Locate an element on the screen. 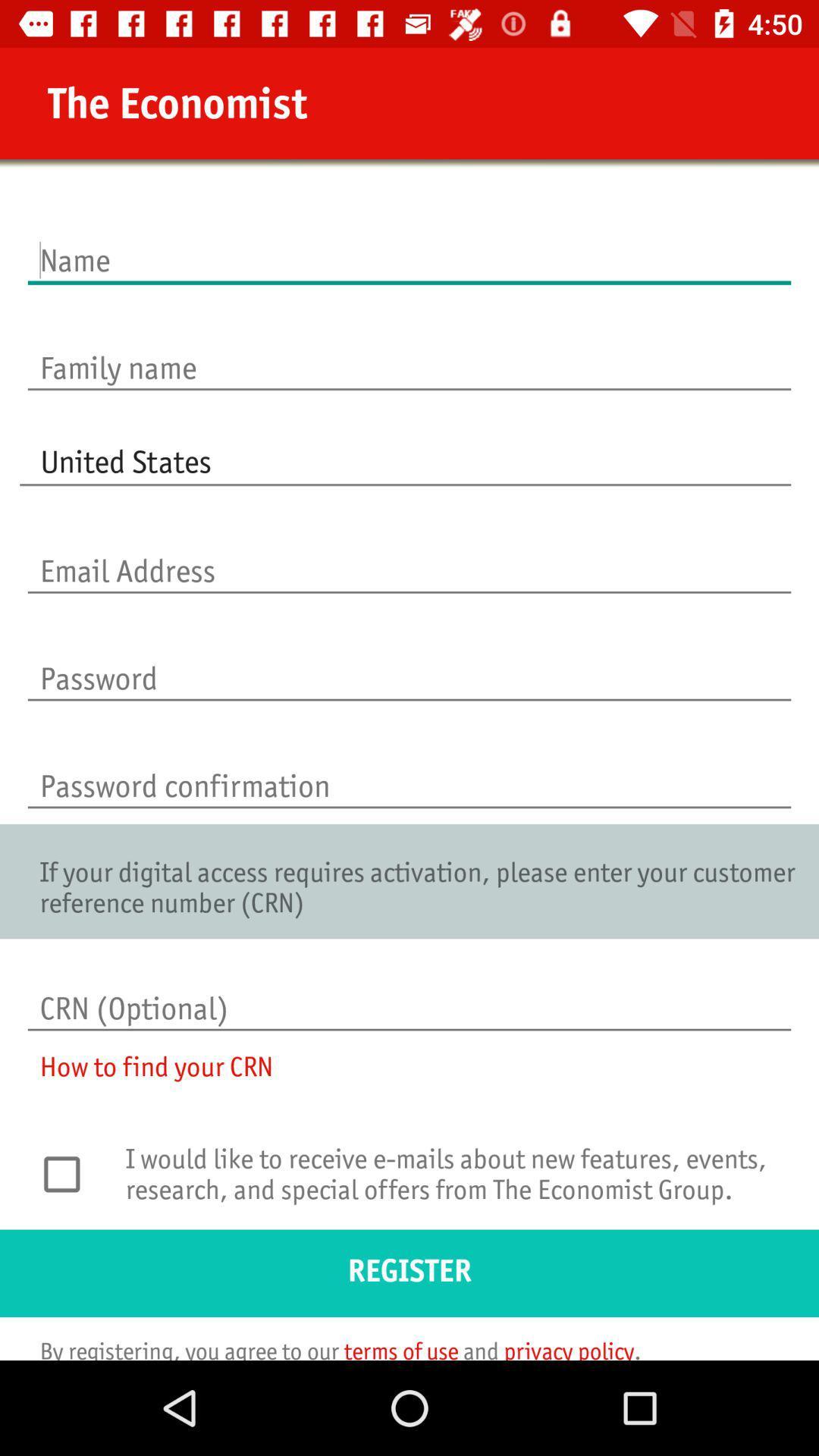 This screenshot has width=819, height=1456. icon below if your digital item is located at coordinates (409, 993).